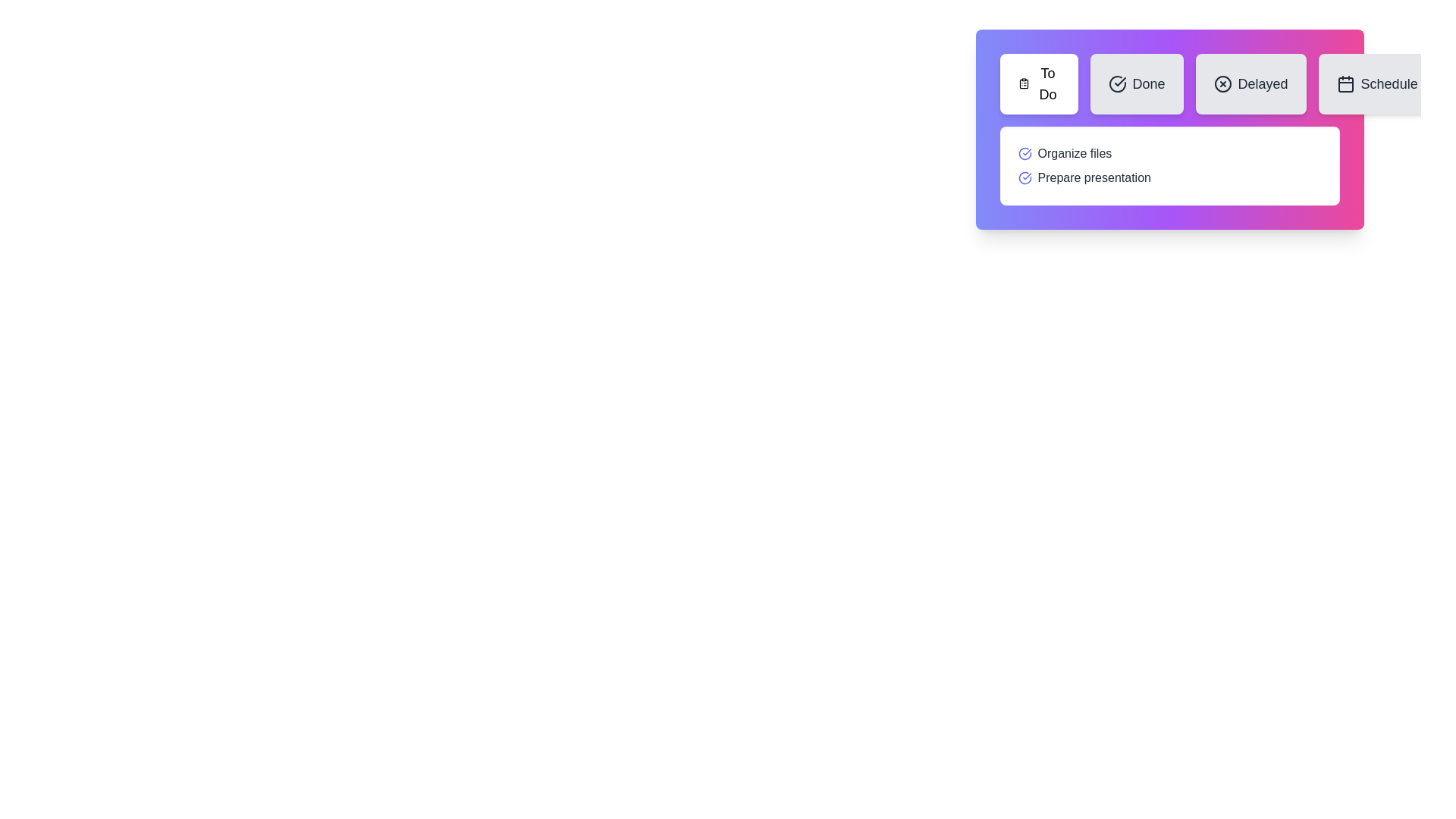 The image size is (1456, 819). What do you see at coordinates (1136, 84) in the screenshot?
I see `the Done tab button to observe its hover effect` at bounding box center [1136, 84].